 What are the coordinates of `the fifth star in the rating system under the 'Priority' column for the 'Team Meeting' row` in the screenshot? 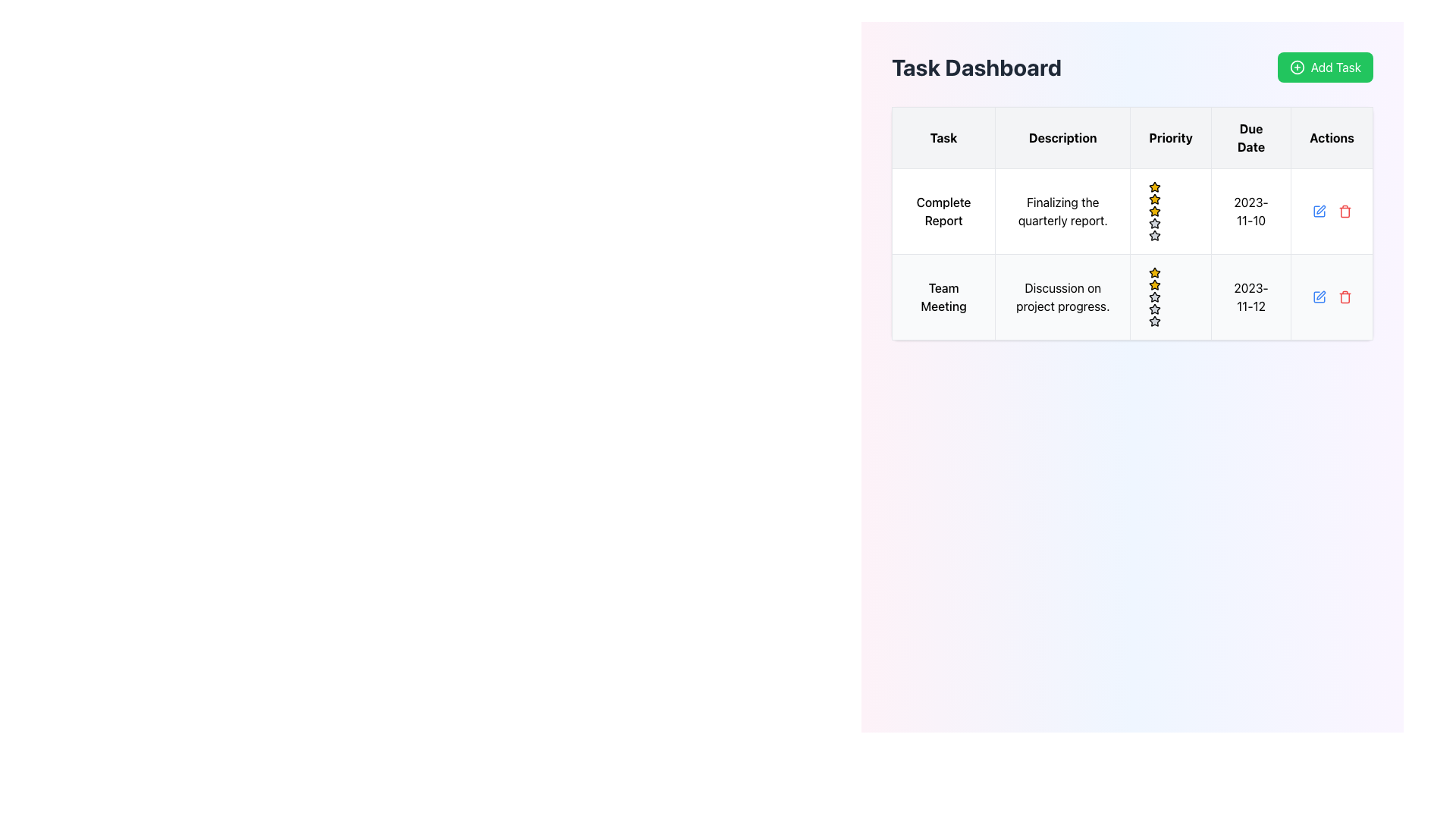 It's located at (1154, 297).